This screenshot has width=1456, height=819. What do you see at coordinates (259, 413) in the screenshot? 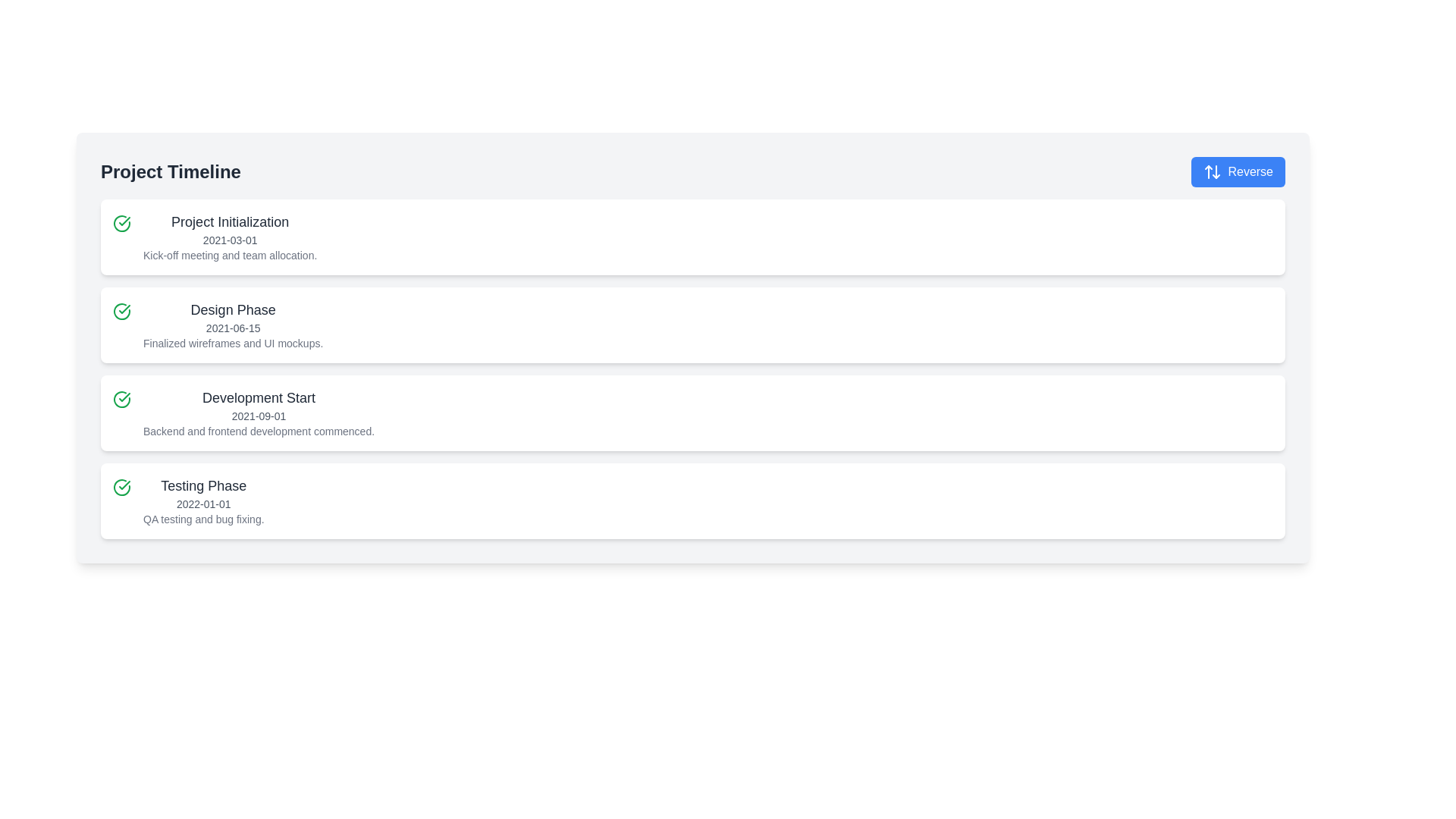
I see `the interactive elements related to the milestone represented by the Text Block indicating the start of the development phase, which is the third item in the project timeline list` at bounding box center [259, 413].